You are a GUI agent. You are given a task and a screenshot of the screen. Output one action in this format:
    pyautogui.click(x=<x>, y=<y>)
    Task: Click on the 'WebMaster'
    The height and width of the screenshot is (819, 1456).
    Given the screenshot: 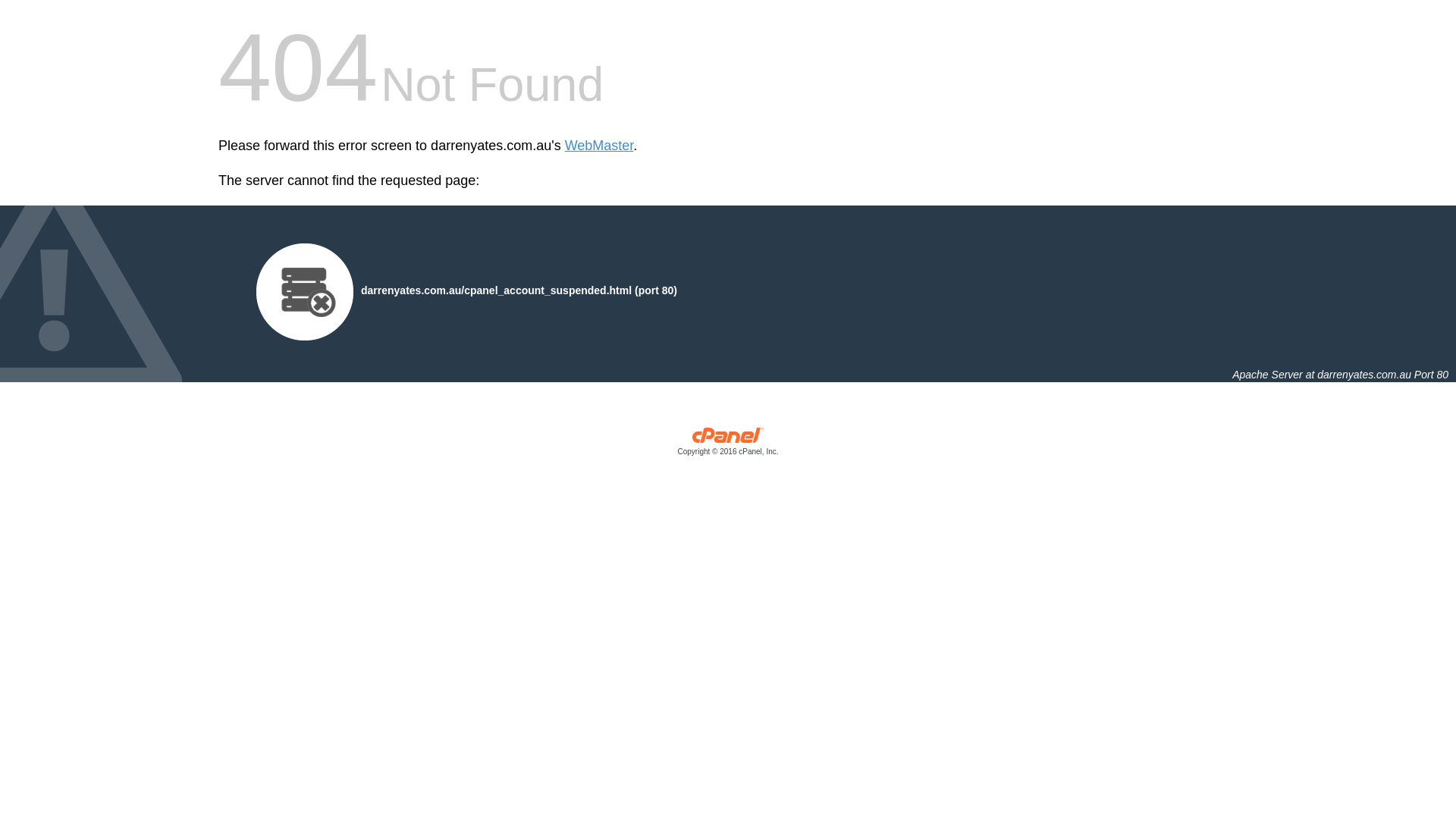 What is the action you would take?
    pyautogui.click(x=598, y=146)
    